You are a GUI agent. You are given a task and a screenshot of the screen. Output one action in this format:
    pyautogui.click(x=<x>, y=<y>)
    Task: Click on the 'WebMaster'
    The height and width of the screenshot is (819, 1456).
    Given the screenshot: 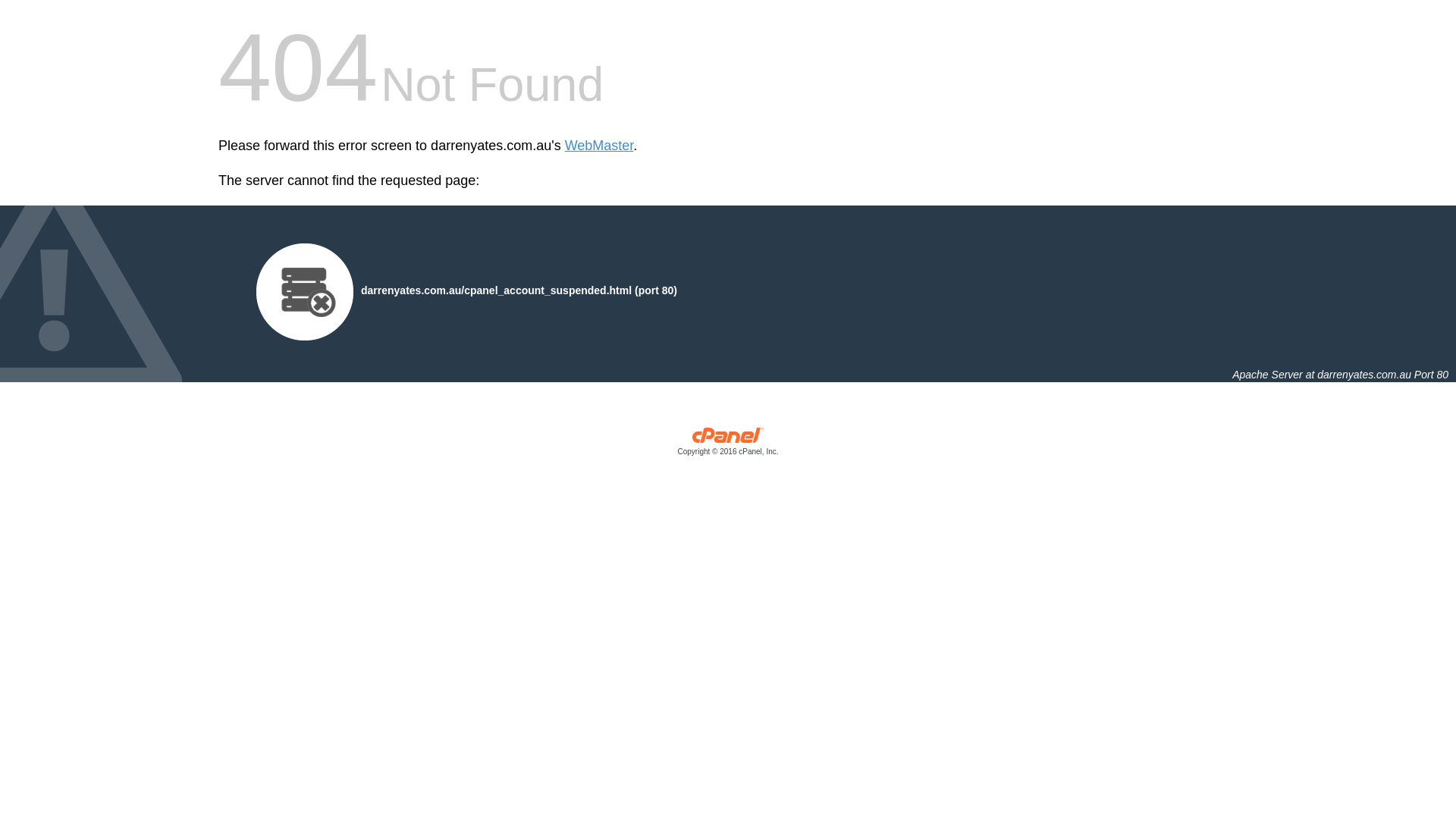 What is the action you would take?
    pyautogui.click(x=598, y=146)
    